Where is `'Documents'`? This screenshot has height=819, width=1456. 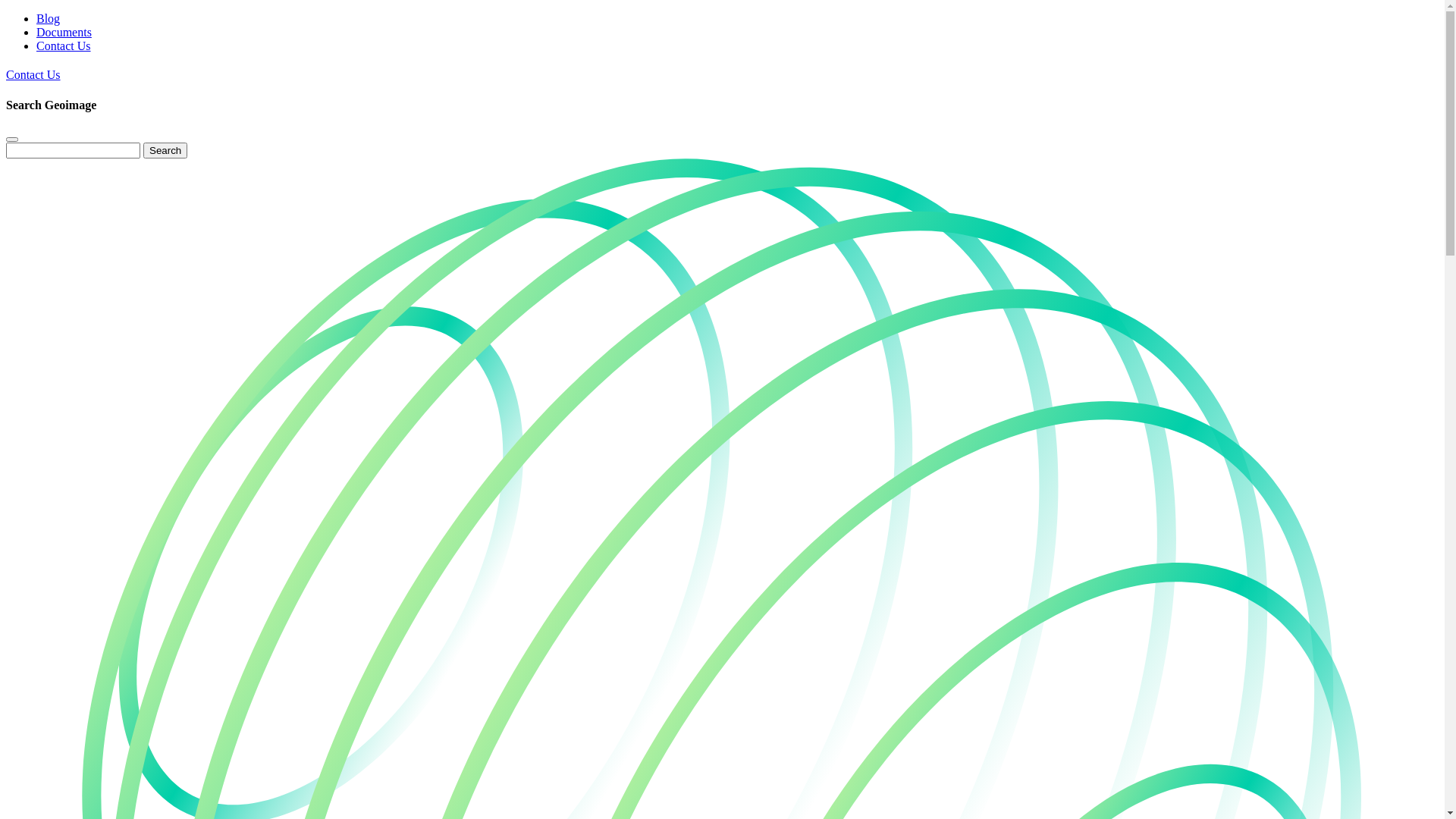
'Documents' is located at coordinates (63, 32).